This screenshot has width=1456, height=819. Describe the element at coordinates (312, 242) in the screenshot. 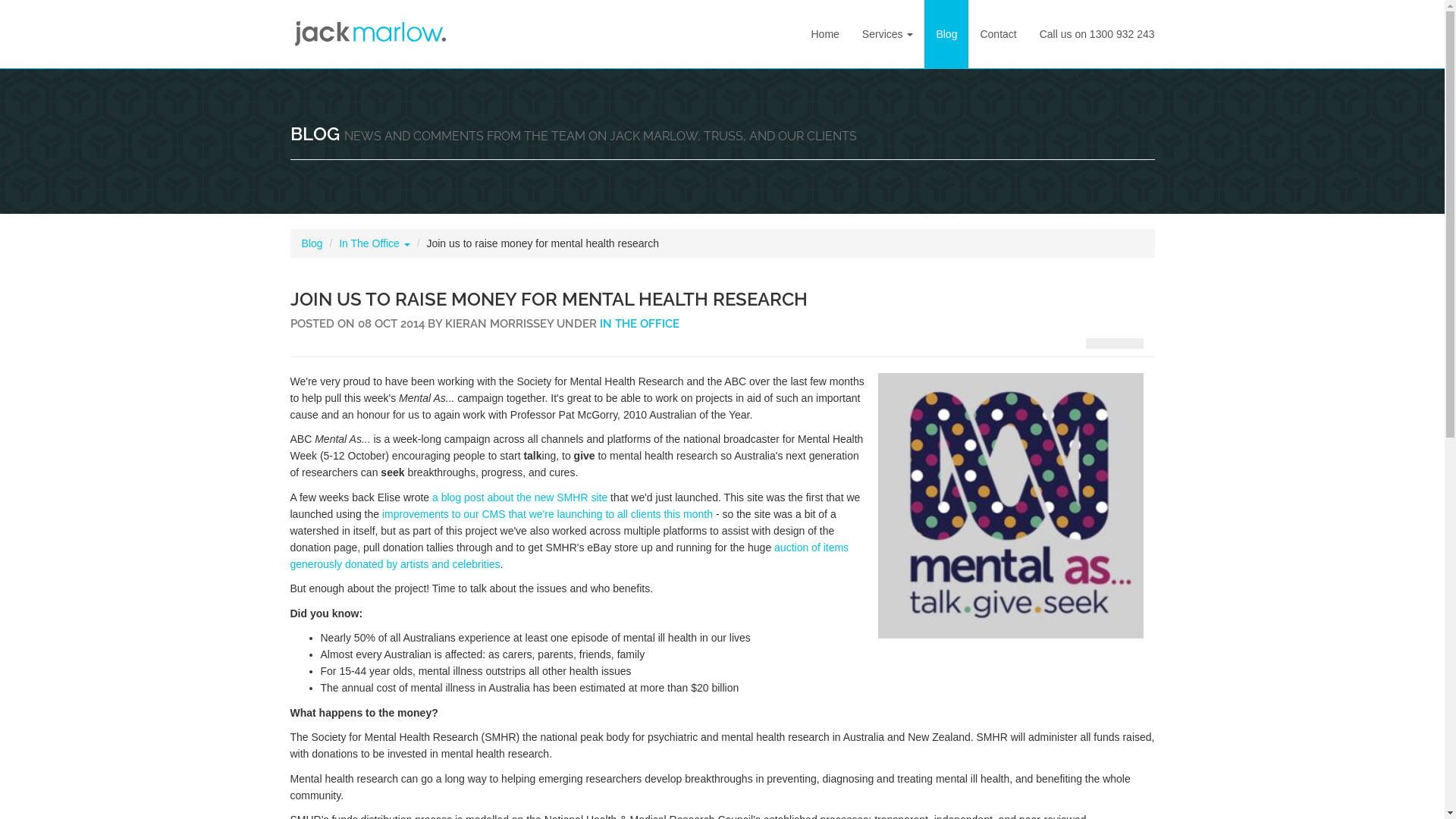

I see `'Blog'` at that location.